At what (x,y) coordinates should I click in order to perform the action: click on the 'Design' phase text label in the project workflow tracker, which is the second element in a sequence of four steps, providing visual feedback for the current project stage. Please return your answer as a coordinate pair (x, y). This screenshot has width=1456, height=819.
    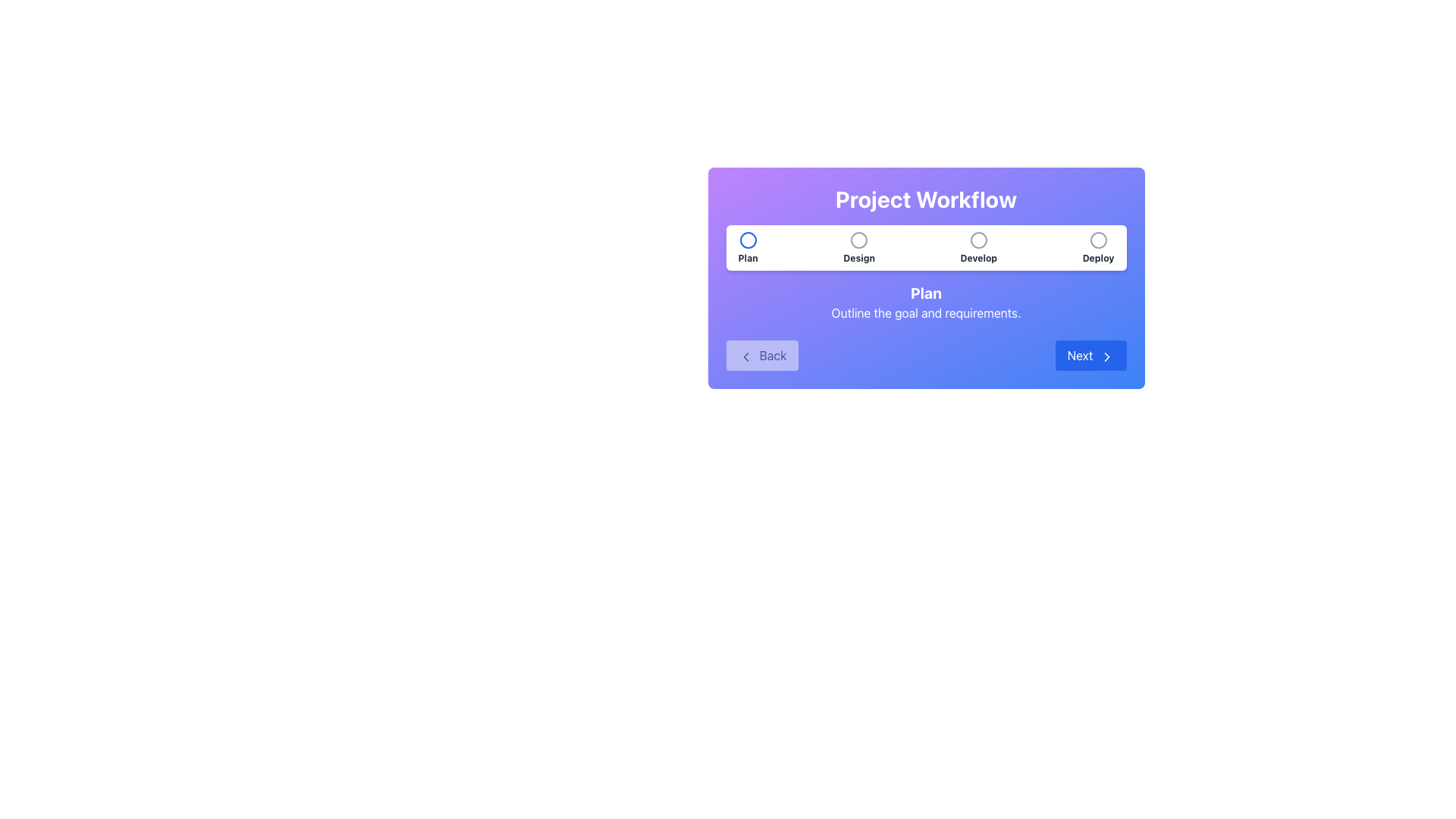
    Looking at the image, I should click on (859, 257).